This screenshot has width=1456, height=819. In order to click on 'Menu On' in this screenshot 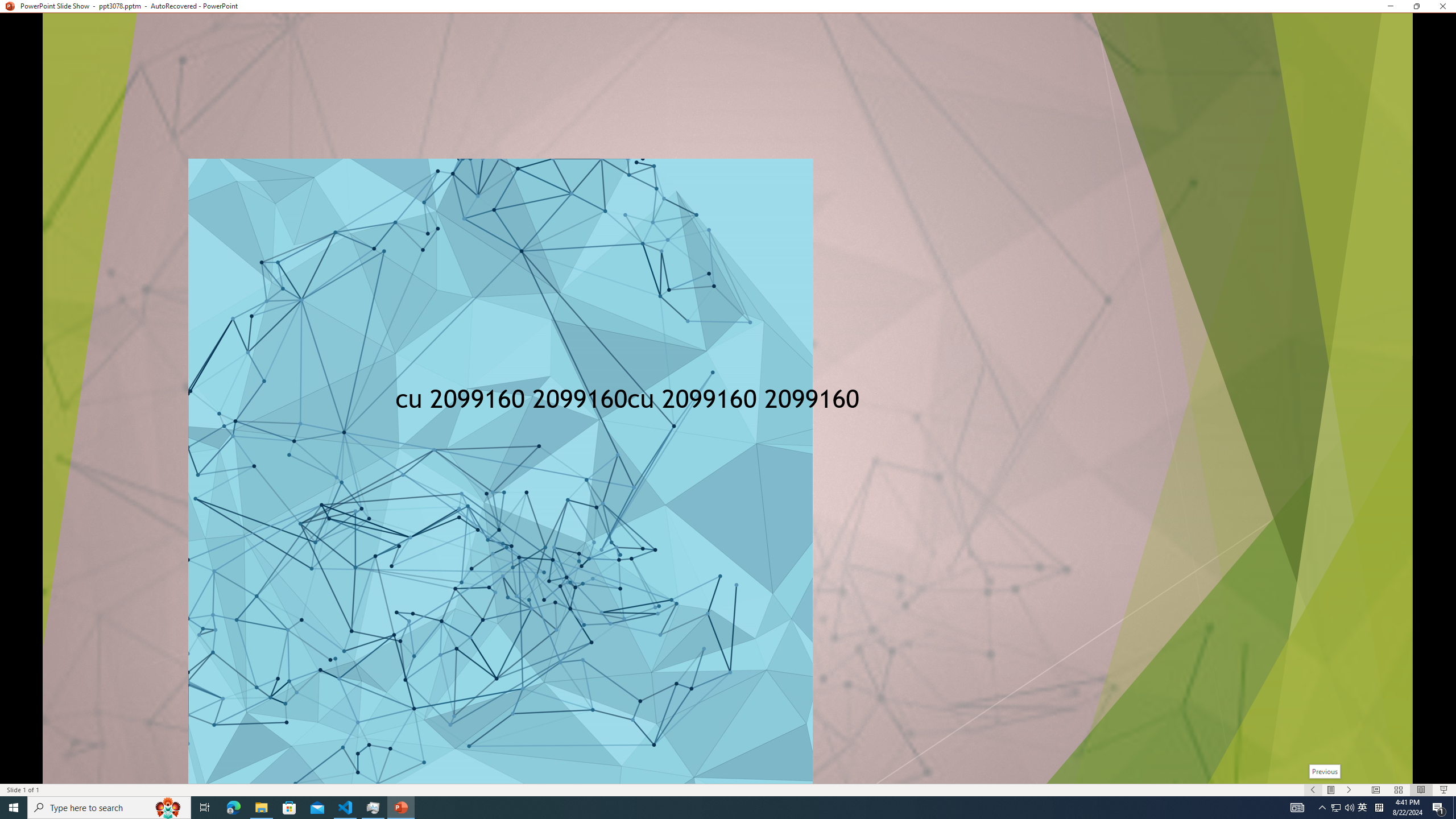, I will do `click(1331, 790)`.